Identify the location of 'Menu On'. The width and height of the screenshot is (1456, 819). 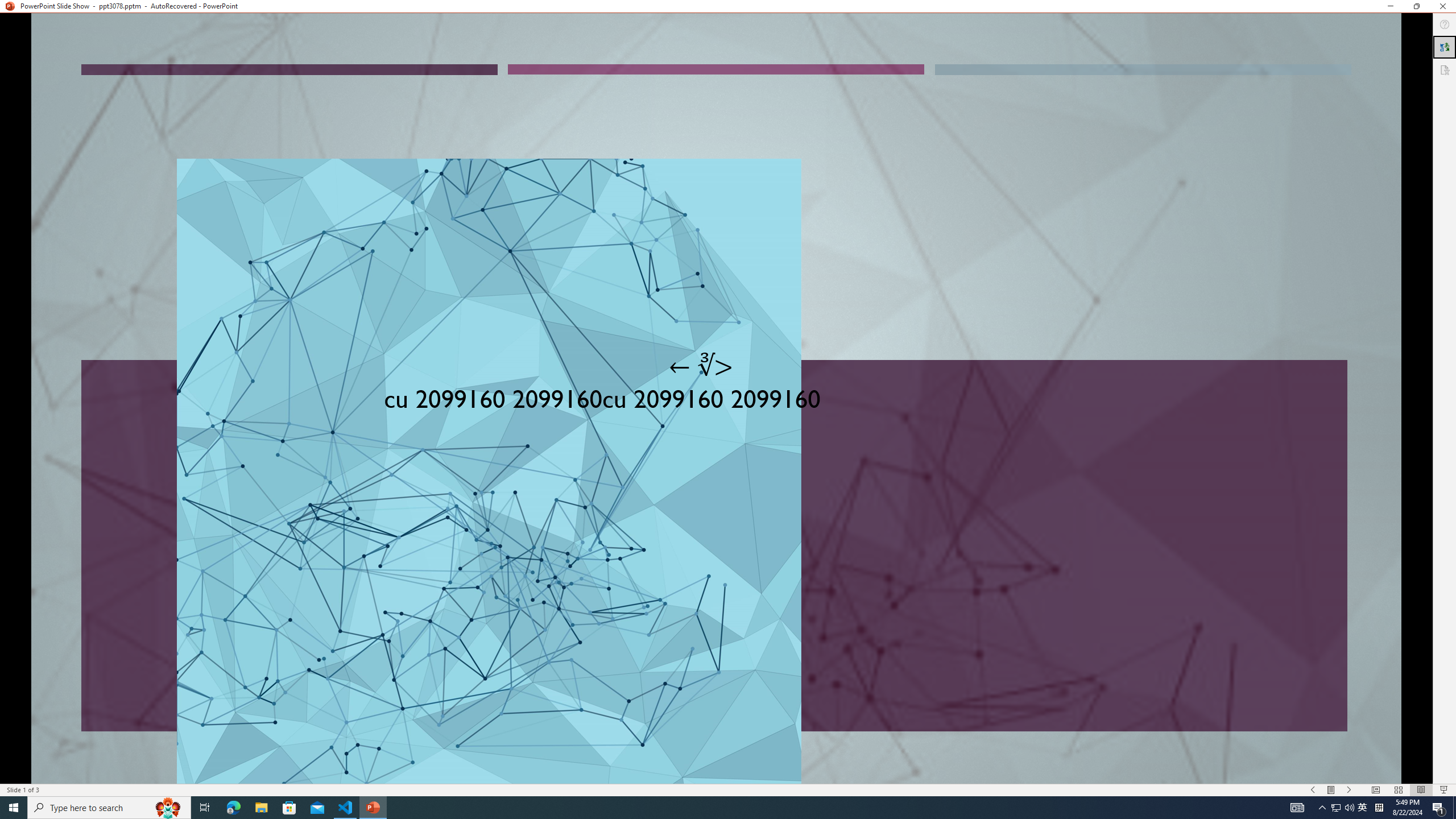
(1331, 790).